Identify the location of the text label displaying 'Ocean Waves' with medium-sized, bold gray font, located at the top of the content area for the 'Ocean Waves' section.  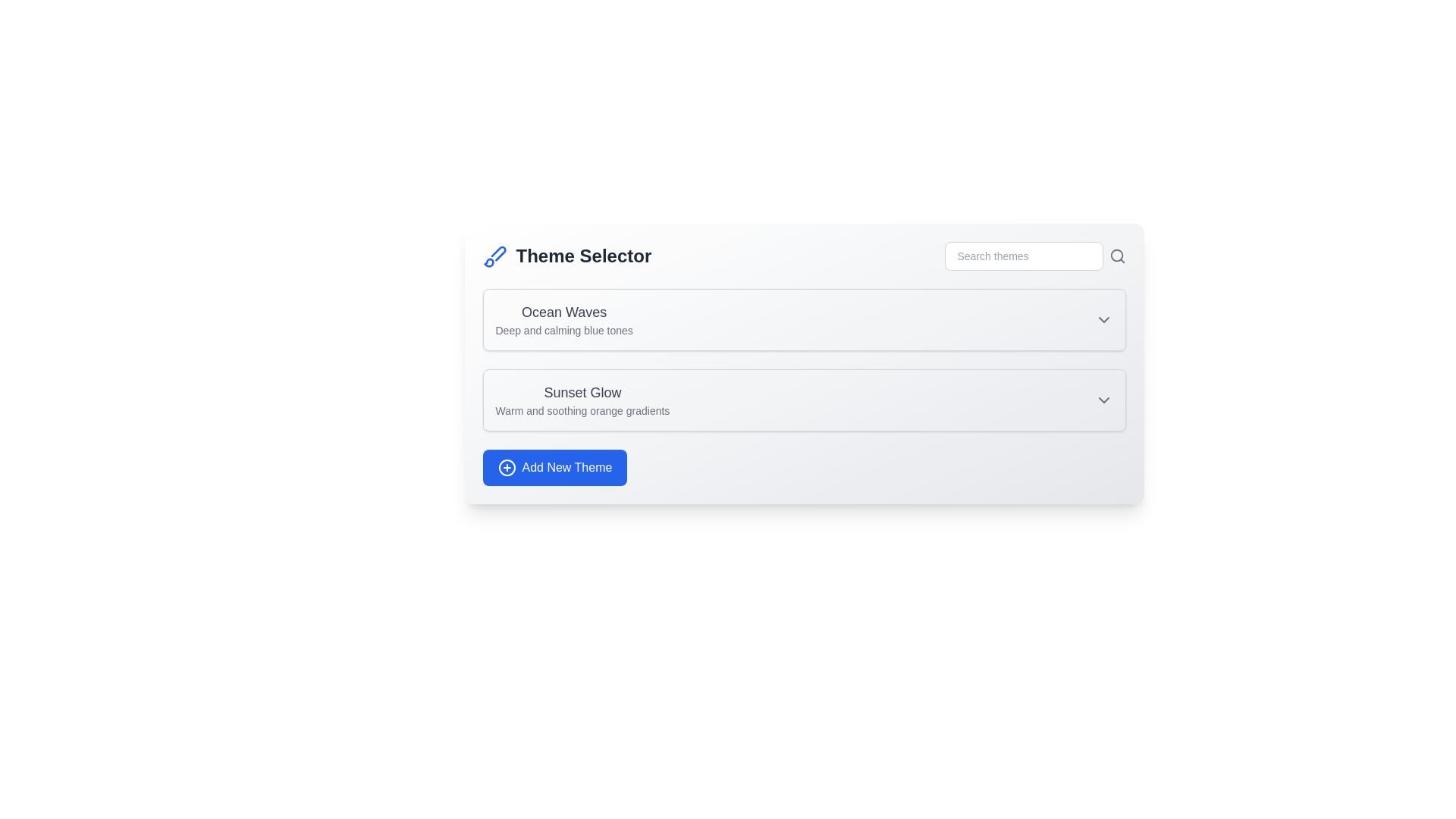
(563, 312).